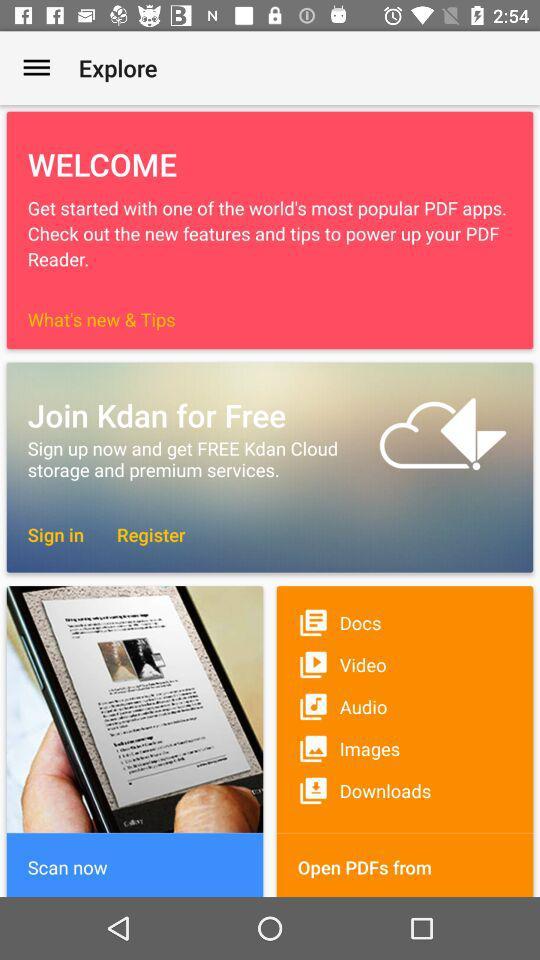 This screenshot has height=960, width=540. What do you see at coordinates (140, 533) in the screenshot?
I see `the register item` at bounding box center [140, 533].